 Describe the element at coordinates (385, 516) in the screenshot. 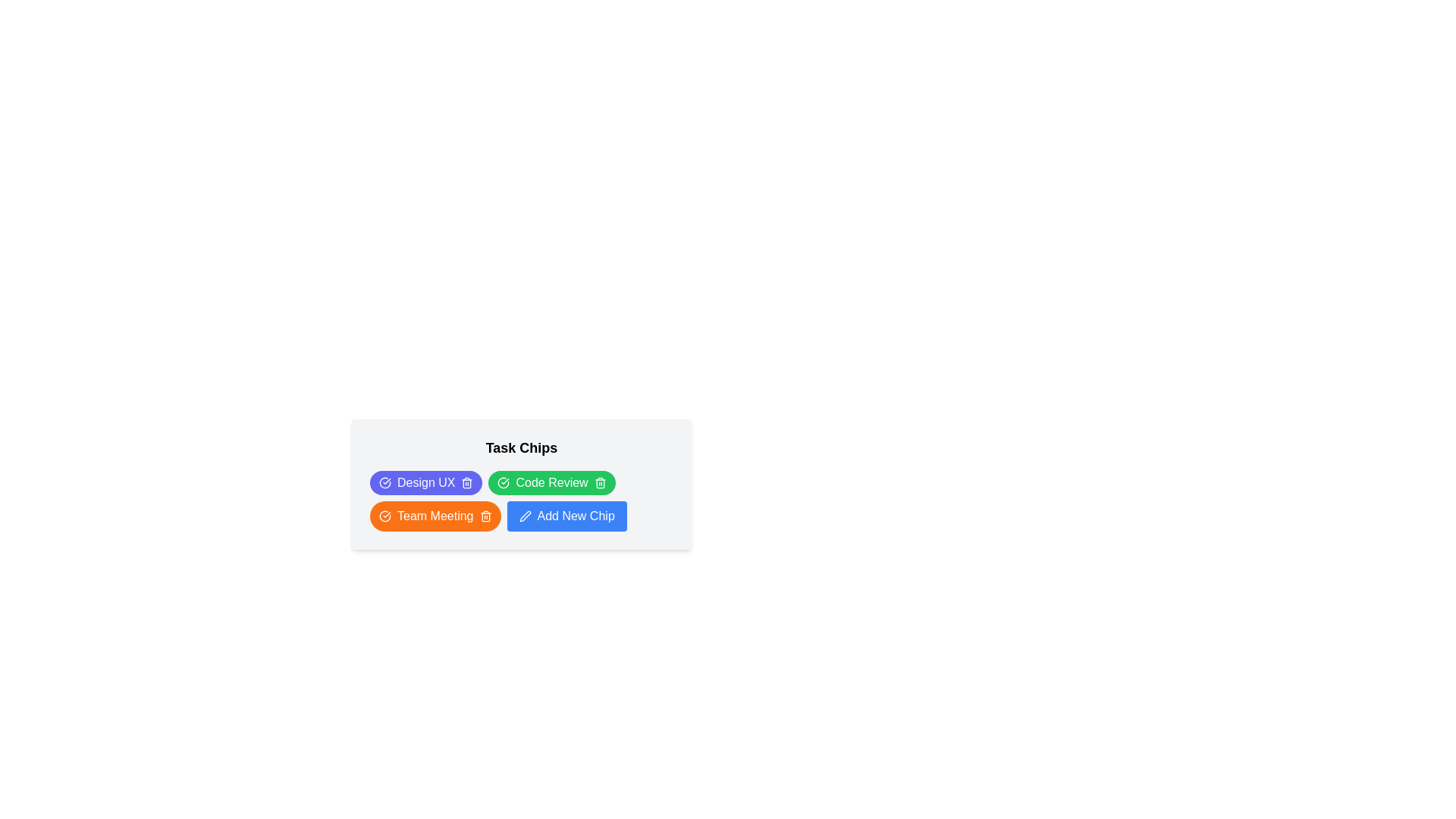

I see `the circular checkmark icon located at the beginning of the 'Team Meeting' chip, which is the third chip in the second row` at that location.